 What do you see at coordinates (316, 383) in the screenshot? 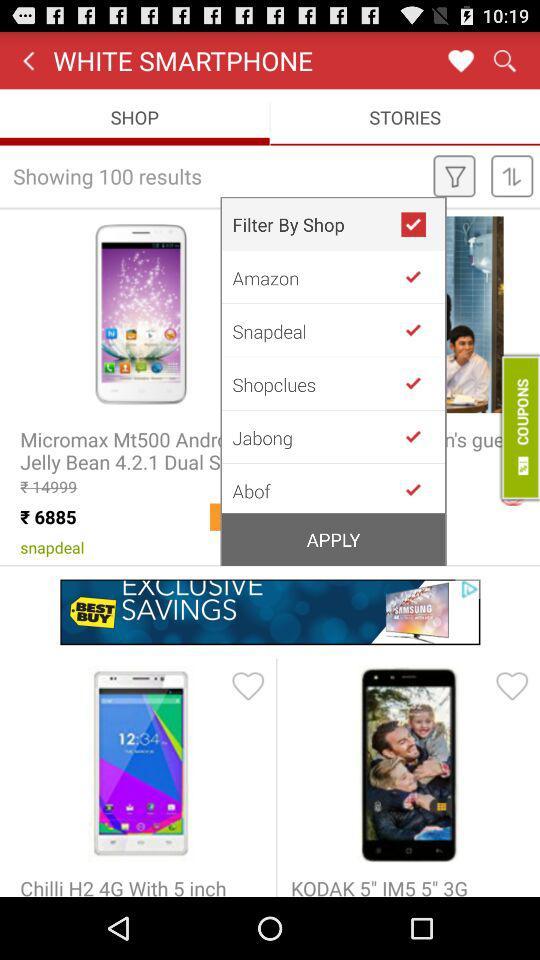
I see `the shopclues item` at bounding box center [316, 383].